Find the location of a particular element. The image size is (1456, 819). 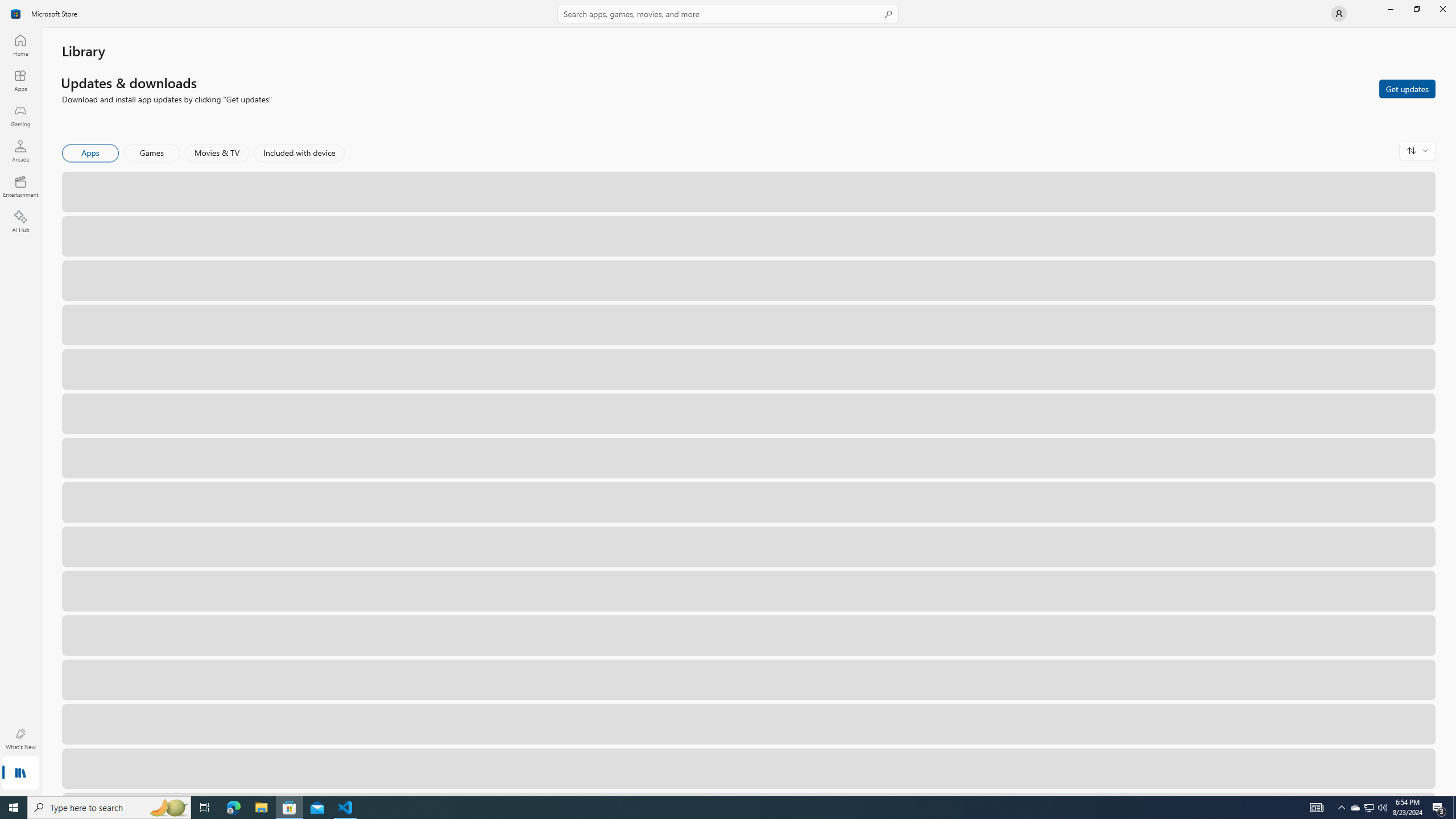

'Games' is located at coordinates (151, 152).